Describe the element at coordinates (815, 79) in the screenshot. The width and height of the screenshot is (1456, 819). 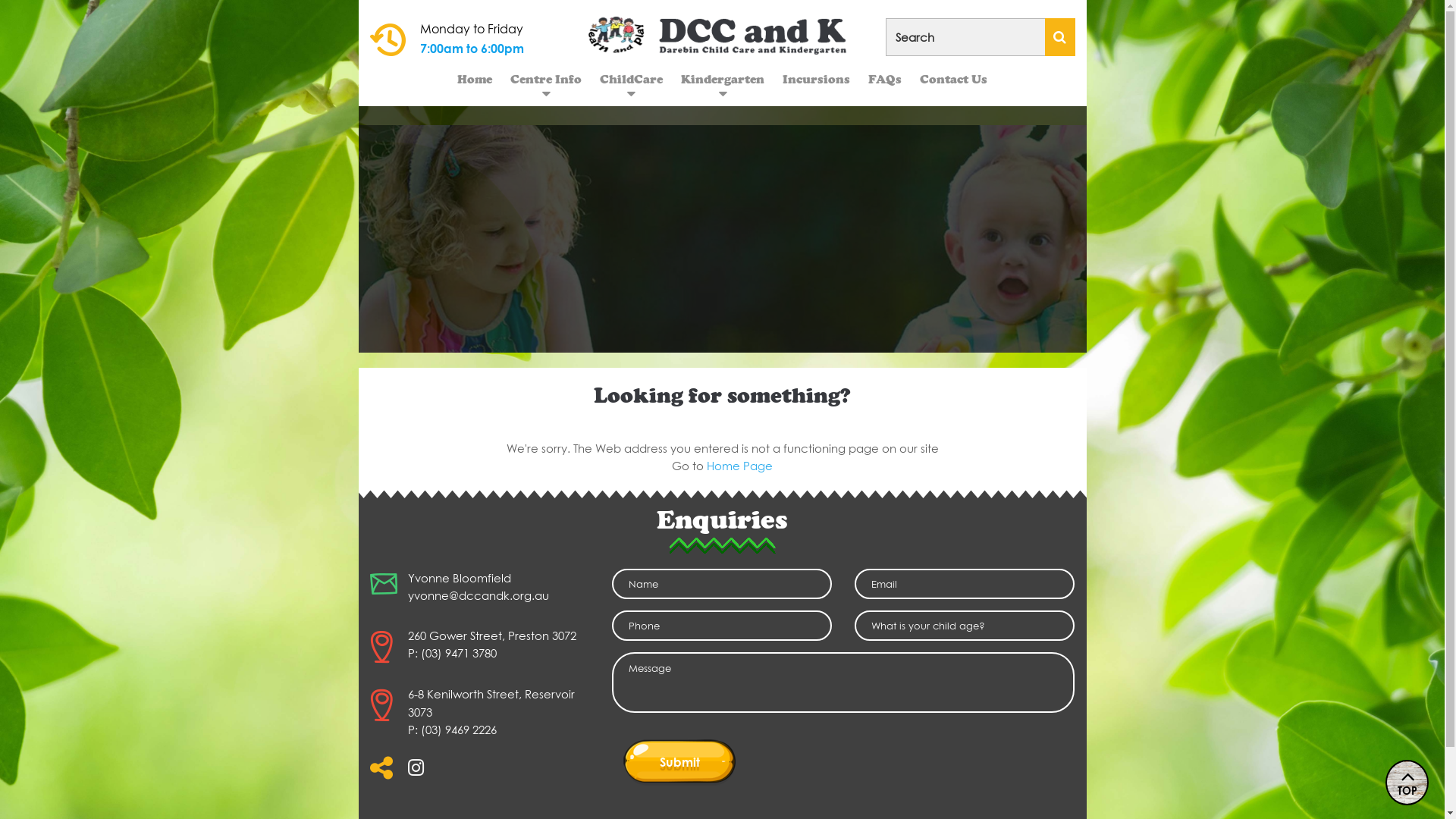
I see `'Incursions'` at that location.